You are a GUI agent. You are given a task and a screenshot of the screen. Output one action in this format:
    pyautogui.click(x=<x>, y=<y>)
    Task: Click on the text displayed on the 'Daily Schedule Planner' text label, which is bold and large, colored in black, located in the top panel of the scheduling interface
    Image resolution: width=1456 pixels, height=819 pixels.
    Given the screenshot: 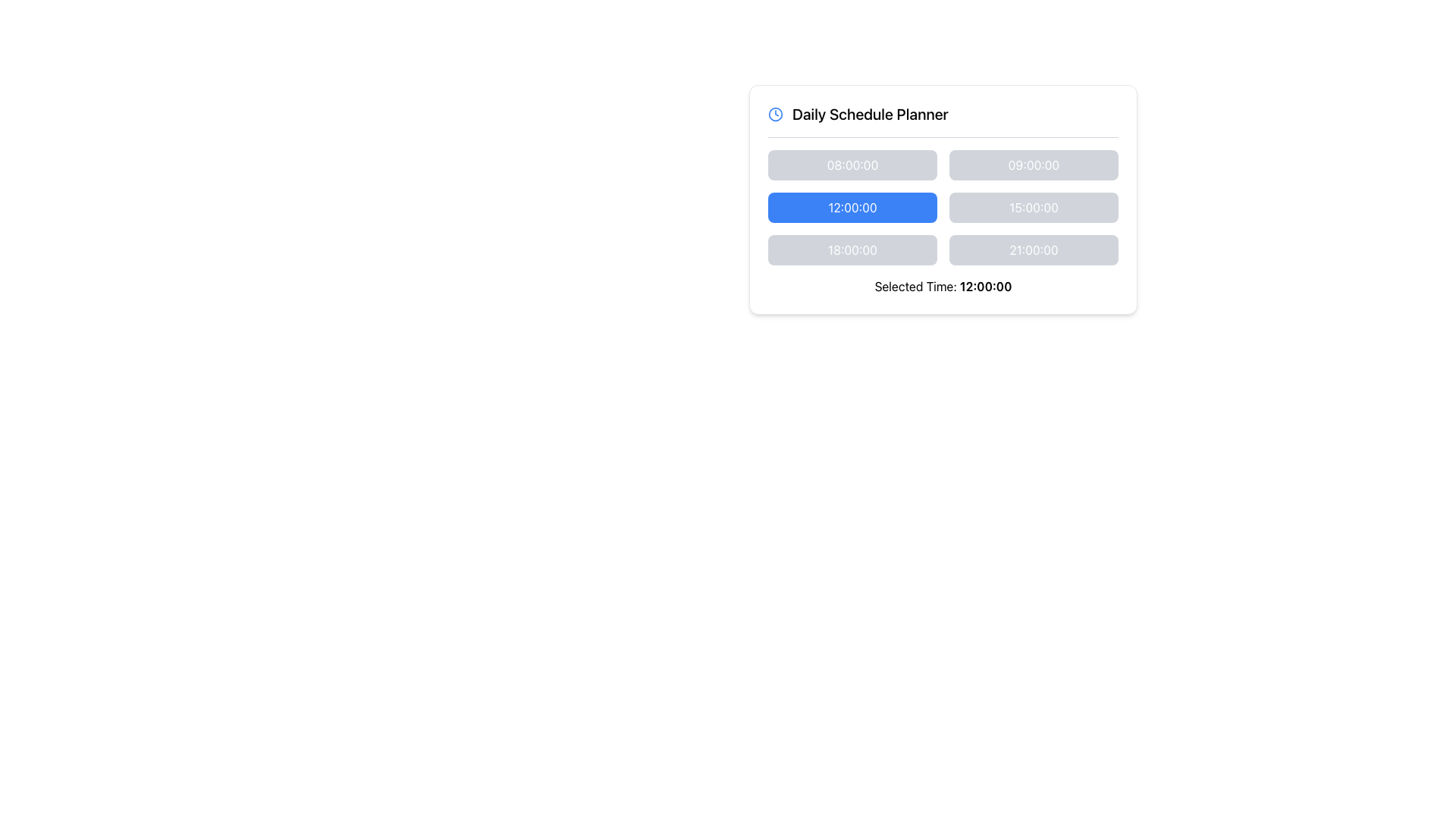 What is the action you would take?
    pyautogui.click(x=870, y=113)
    